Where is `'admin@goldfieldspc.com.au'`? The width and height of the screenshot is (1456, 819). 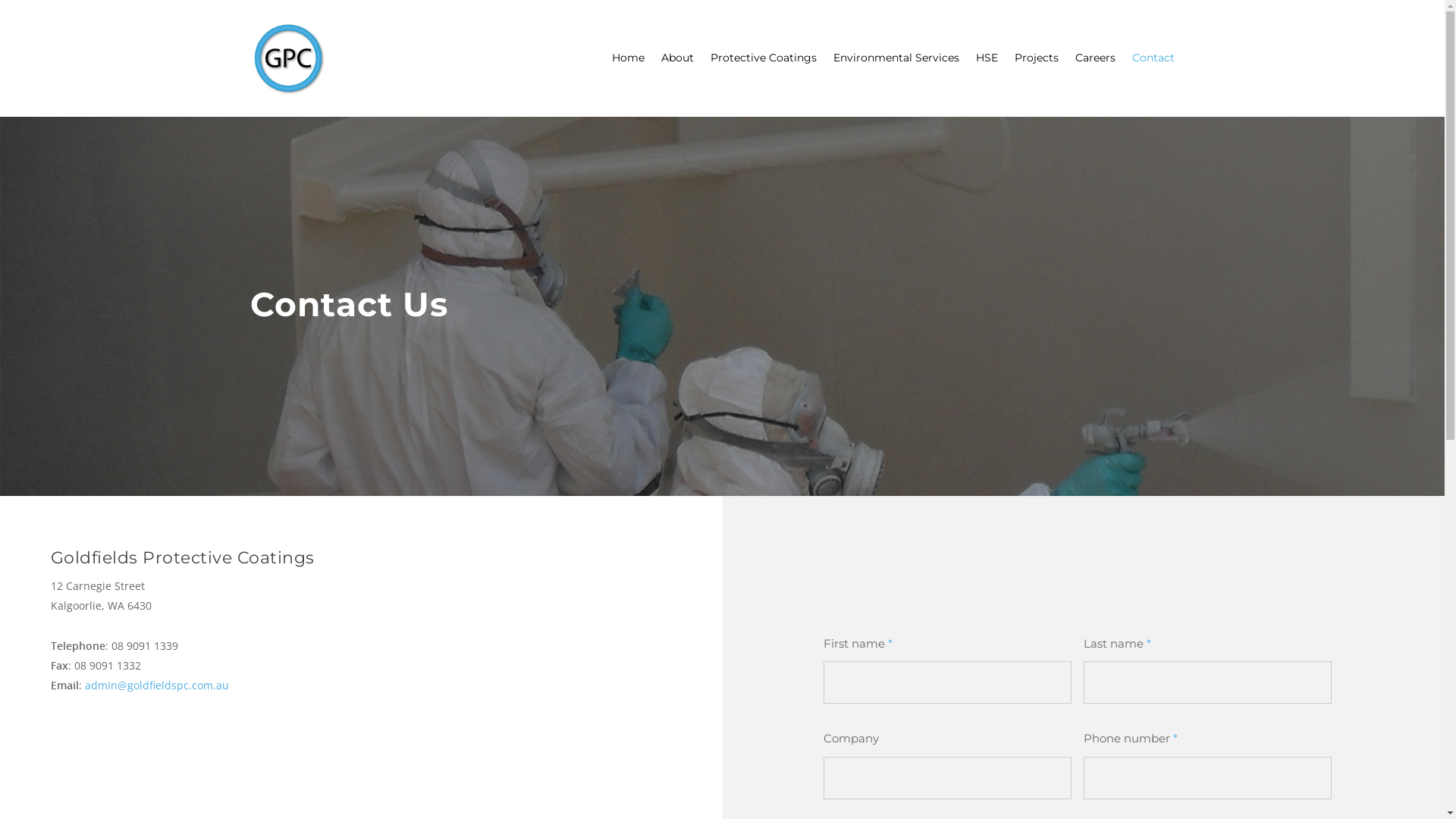
'admin@goldfieldspc.com.au' is located at coordinates (83, 685).